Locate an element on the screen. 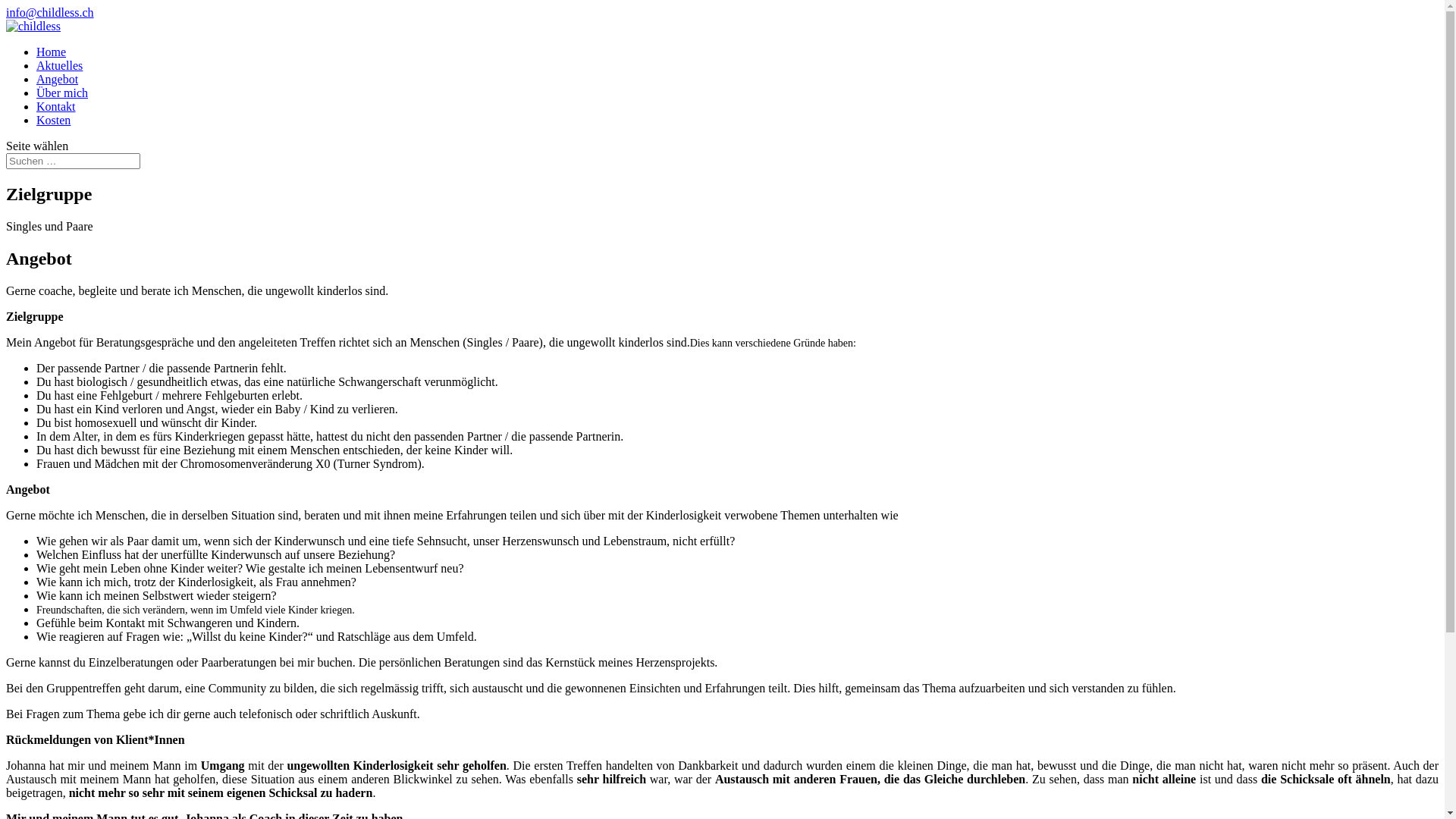 The image size is (1456, 819). 'Home' is located at coordinates (51, 51).